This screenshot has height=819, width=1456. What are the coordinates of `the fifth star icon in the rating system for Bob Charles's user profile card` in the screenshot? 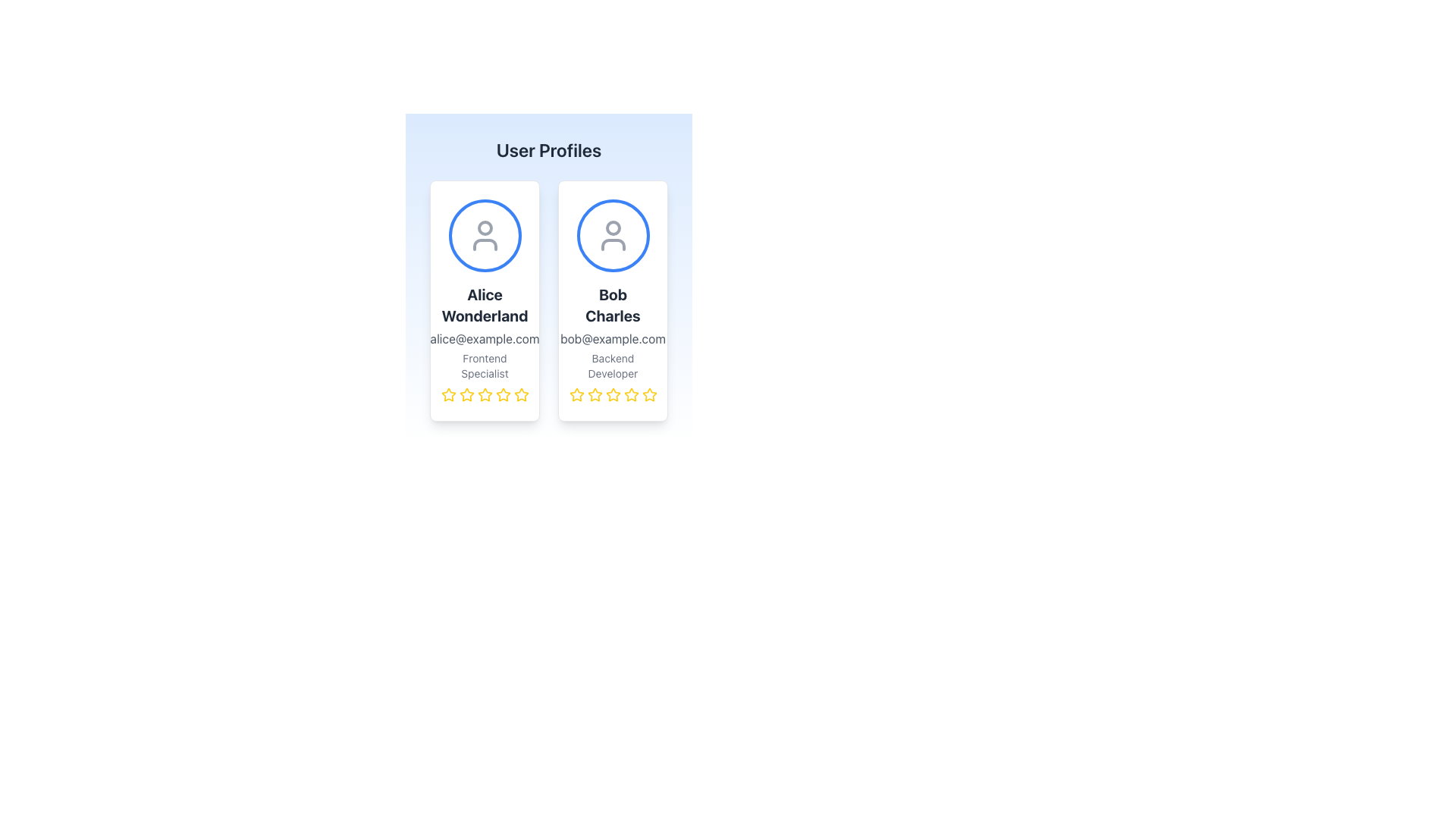 It's located at (649, 394).